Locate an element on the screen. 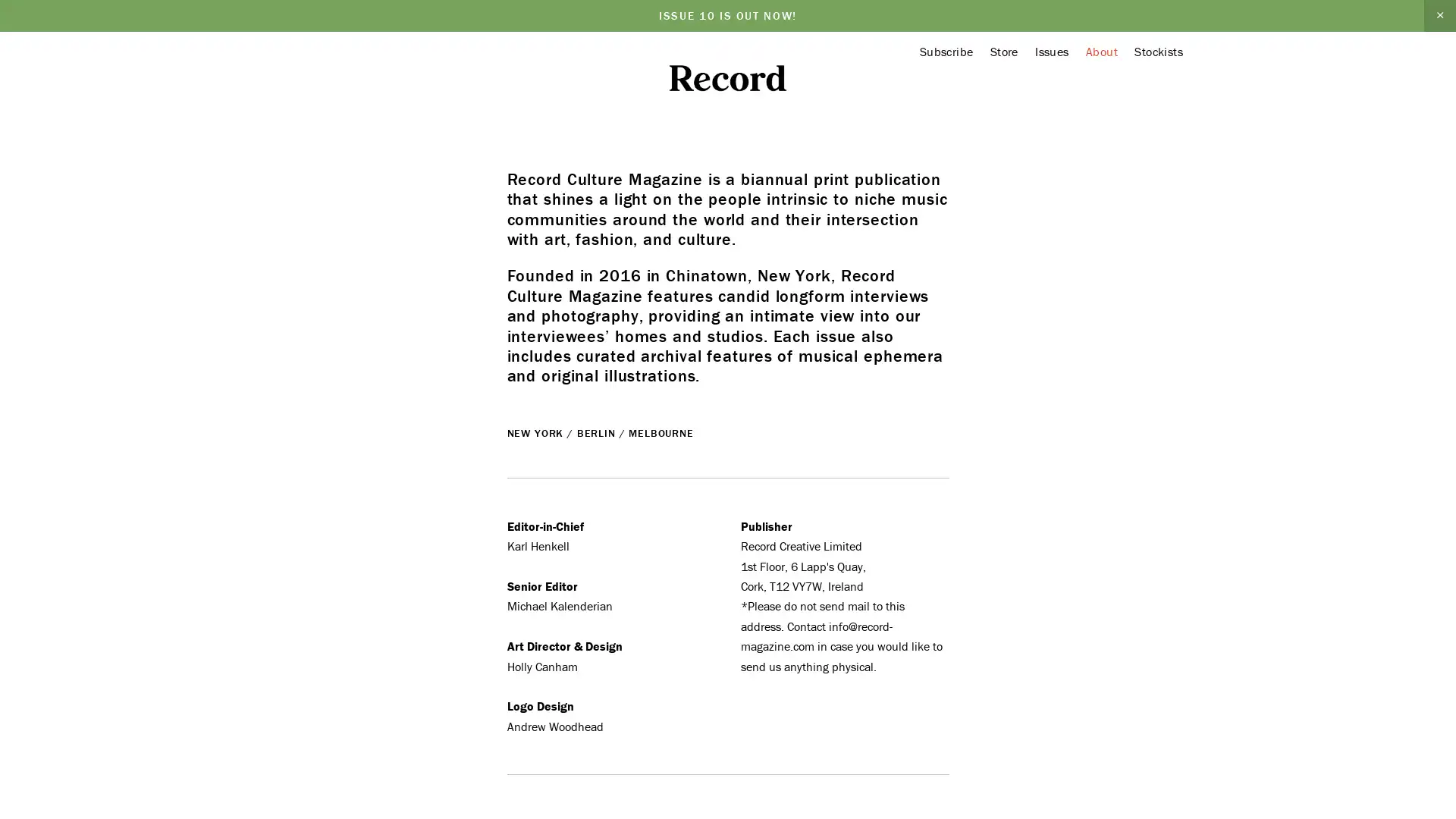 The width and height of the screenshot is (1456, 819). Close is located at coordinates (1437, 681).